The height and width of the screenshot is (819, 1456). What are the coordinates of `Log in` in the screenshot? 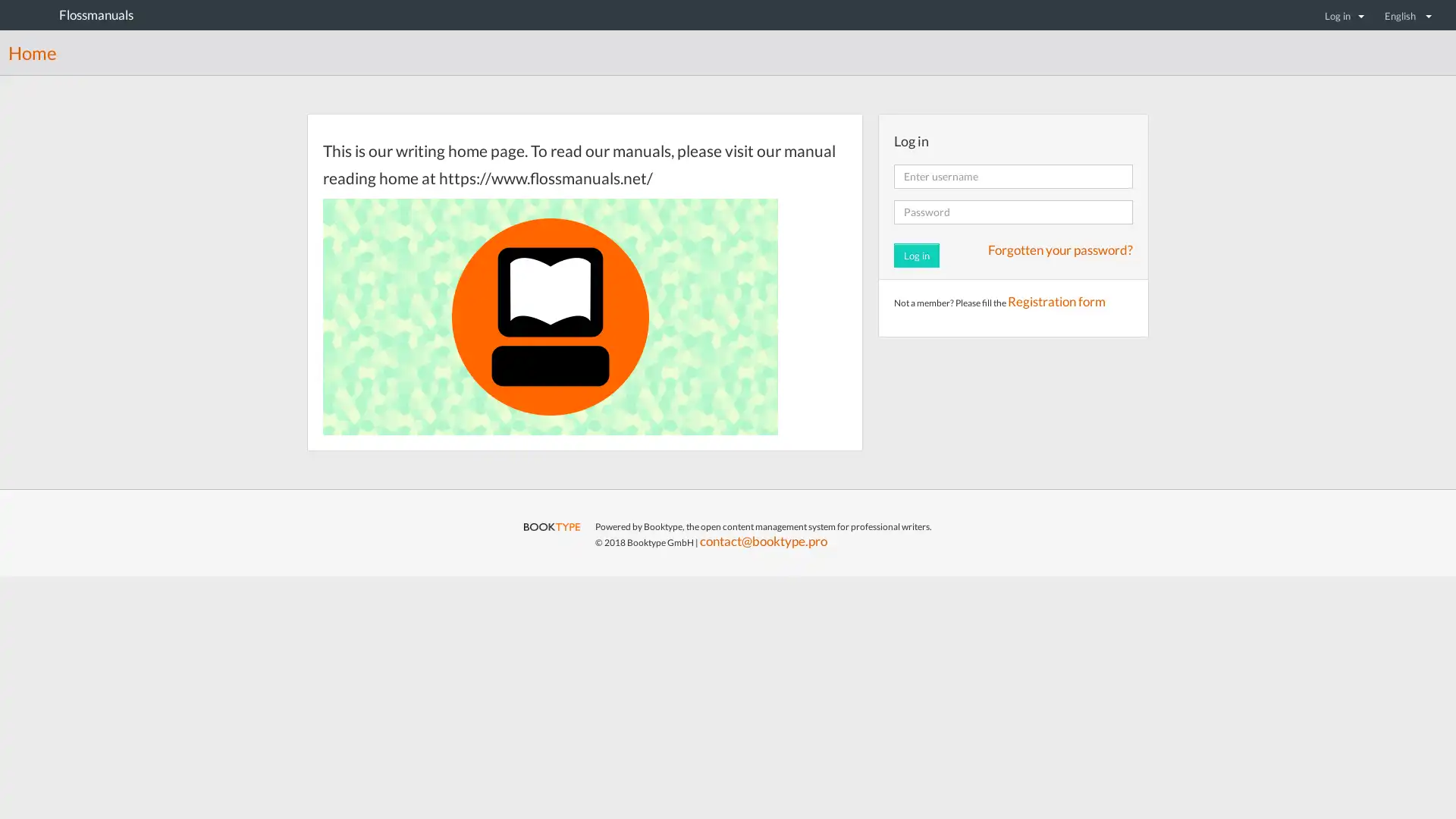 It's located at (916, 254).